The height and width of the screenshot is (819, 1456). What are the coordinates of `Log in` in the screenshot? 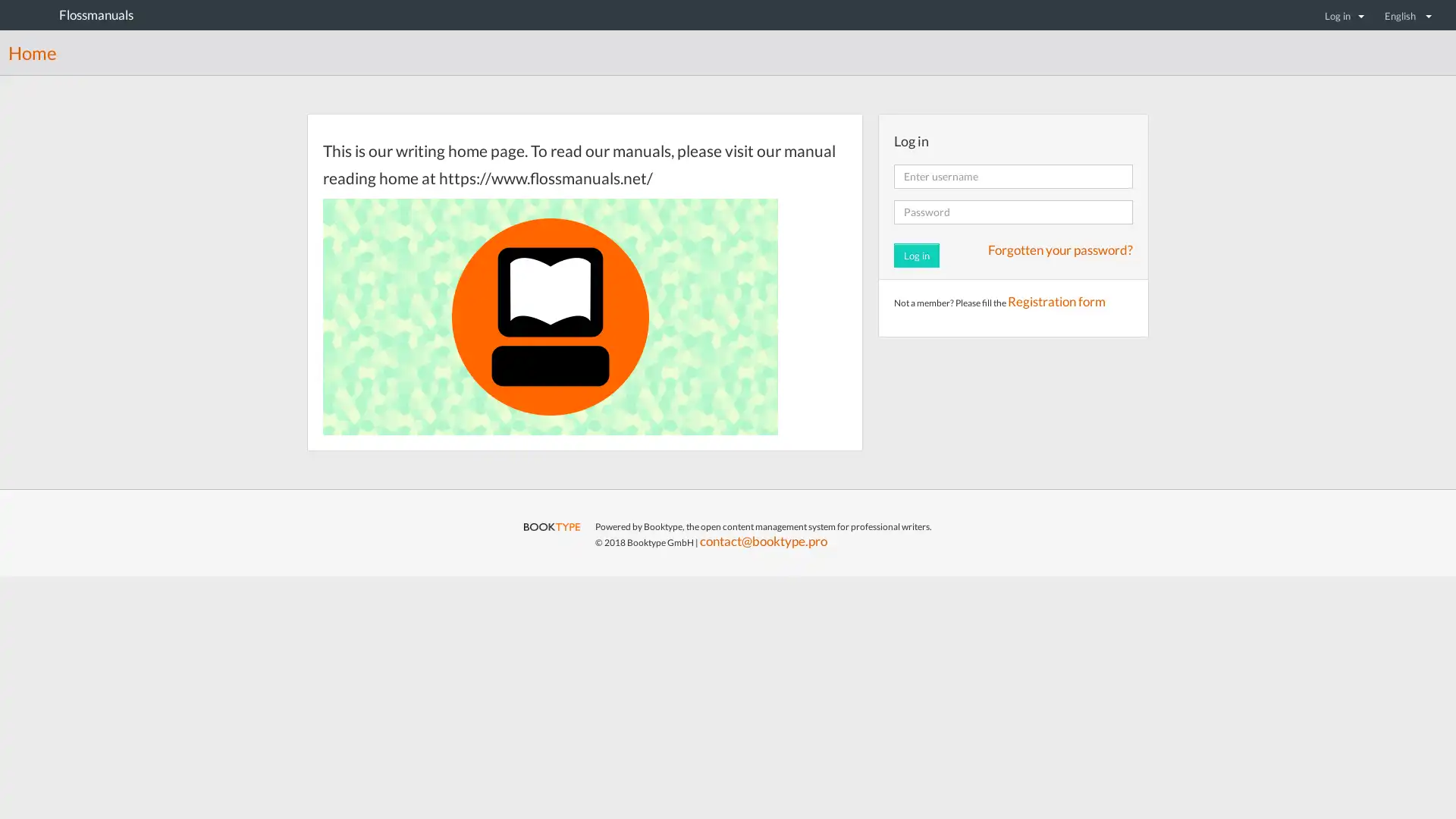 It's located at (916, 254).